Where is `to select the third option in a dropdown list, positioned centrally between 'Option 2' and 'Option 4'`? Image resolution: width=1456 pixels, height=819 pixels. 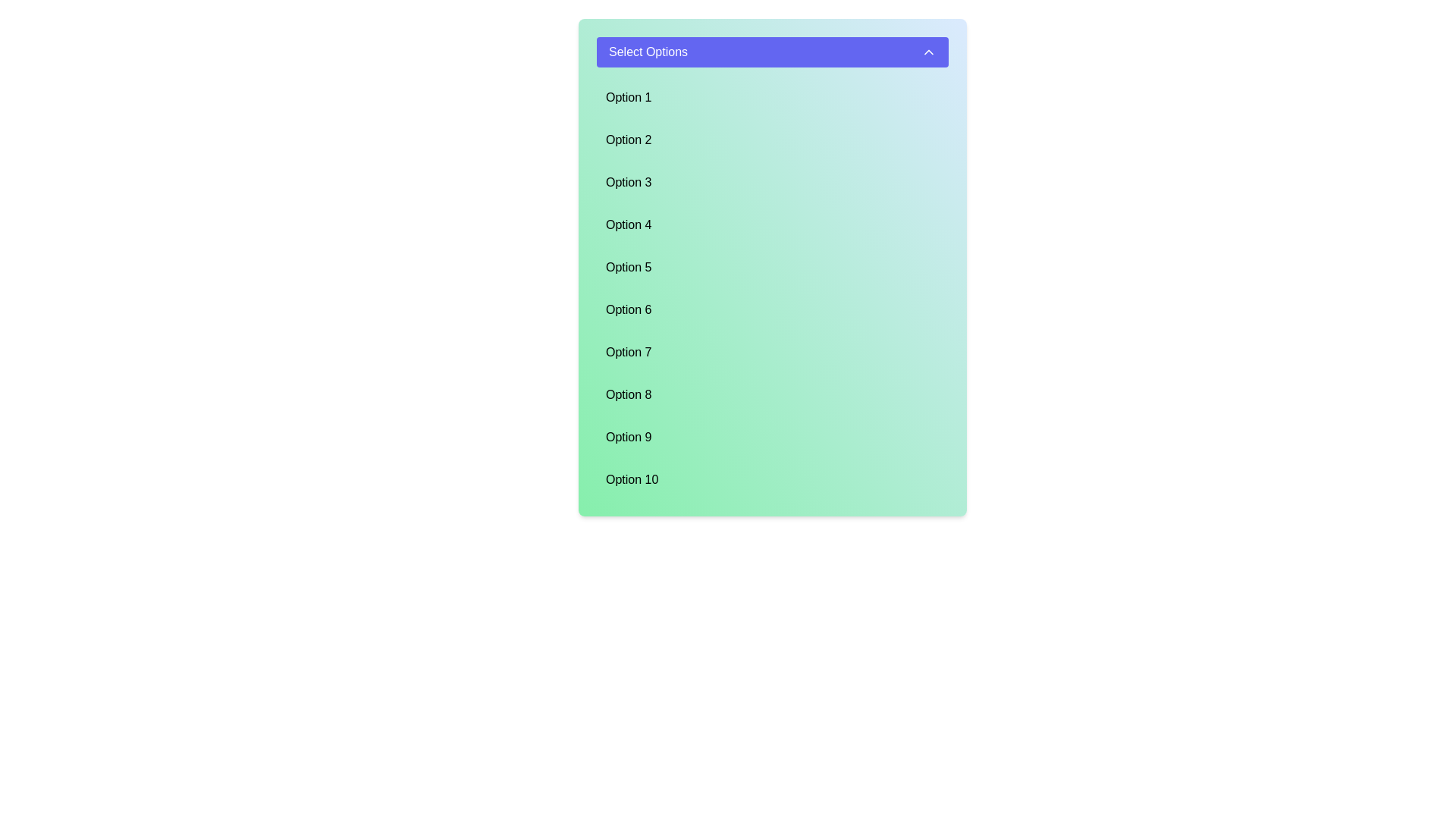 to select the third option in a dropdown list, positioned centrally between 'Option 2' and 'Option 4' is located at coordinates (772, 181).